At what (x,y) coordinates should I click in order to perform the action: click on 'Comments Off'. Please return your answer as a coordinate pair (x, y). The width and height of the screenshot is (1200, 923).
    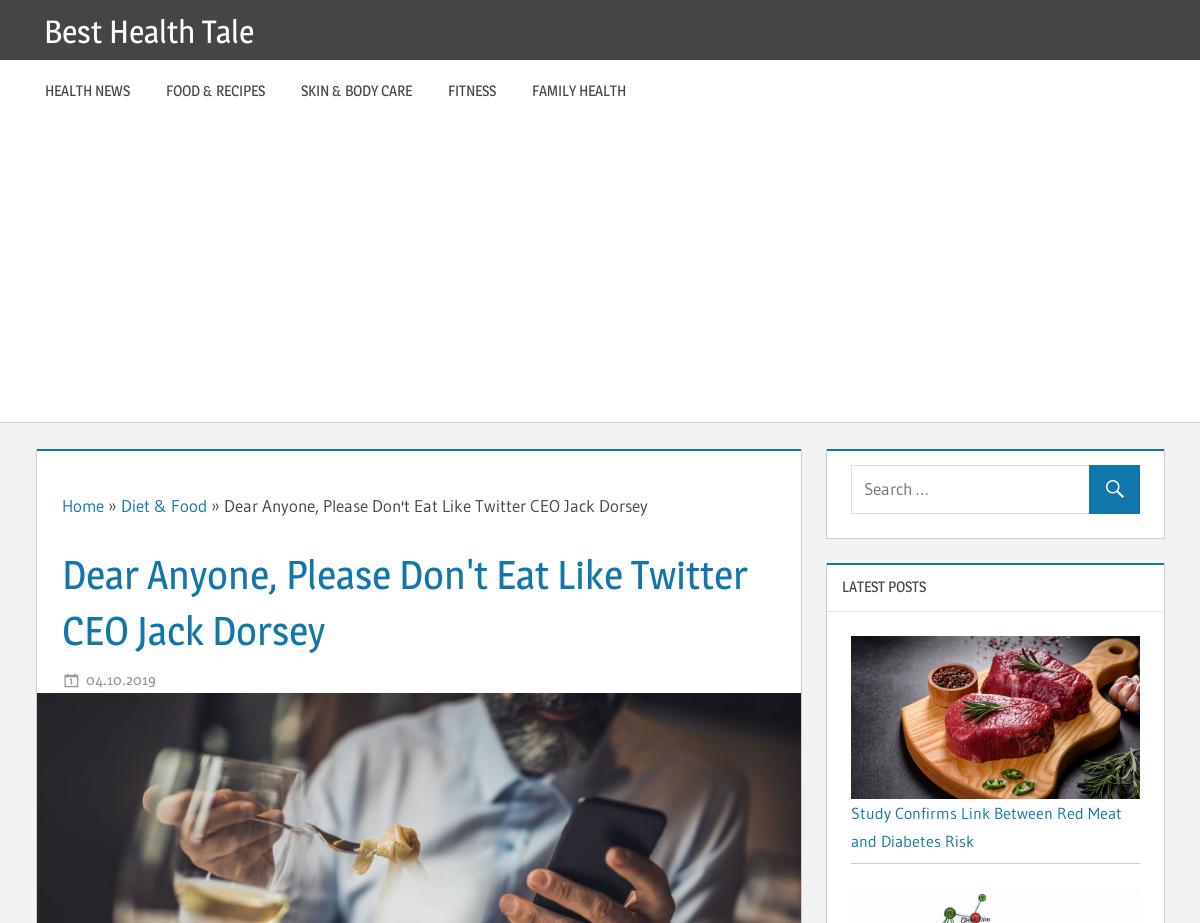
    Looking at the image, I should click on (251, 677).